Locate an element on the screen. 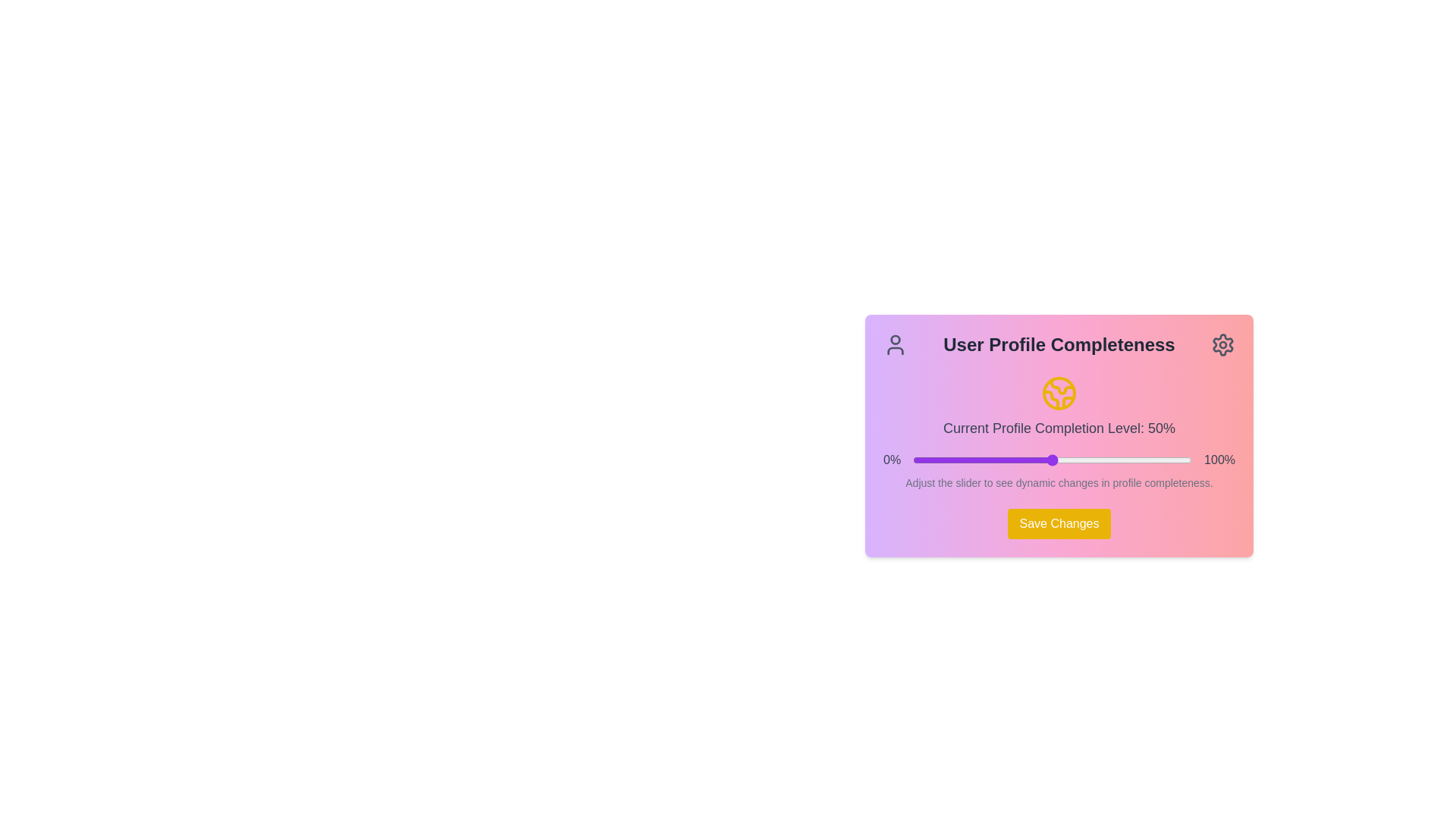 The width and height of the screenshot is (1456, 819). the 'User Profile Completeness' text label, which is centrally positioned near the top of a colored card with bold, large font in dark gray color is located at coordinates (1058, 345).